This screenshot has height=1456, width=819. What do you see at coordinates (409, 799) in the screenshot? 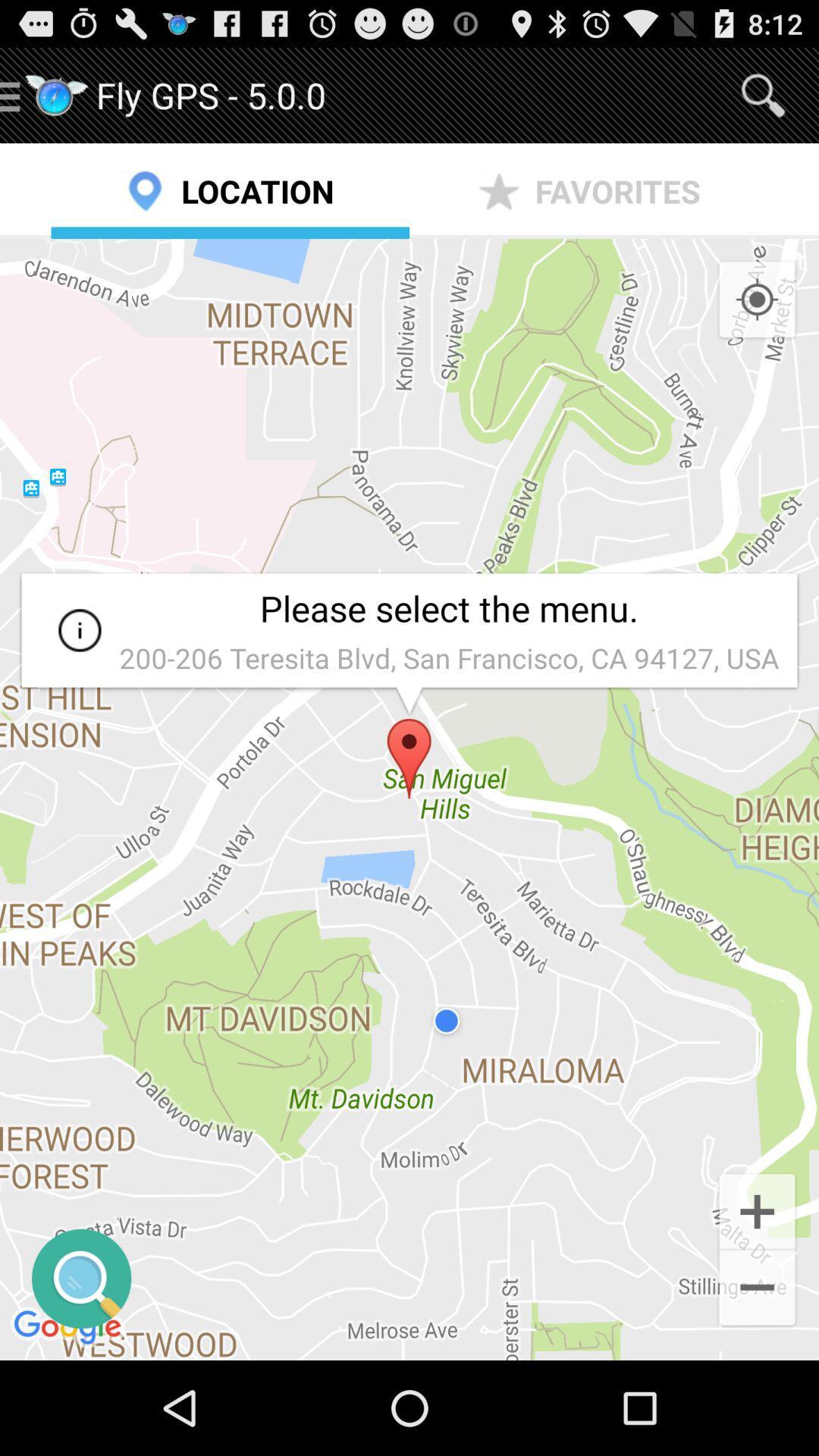
I see `app below the location item` at bounding box center [409, 799].